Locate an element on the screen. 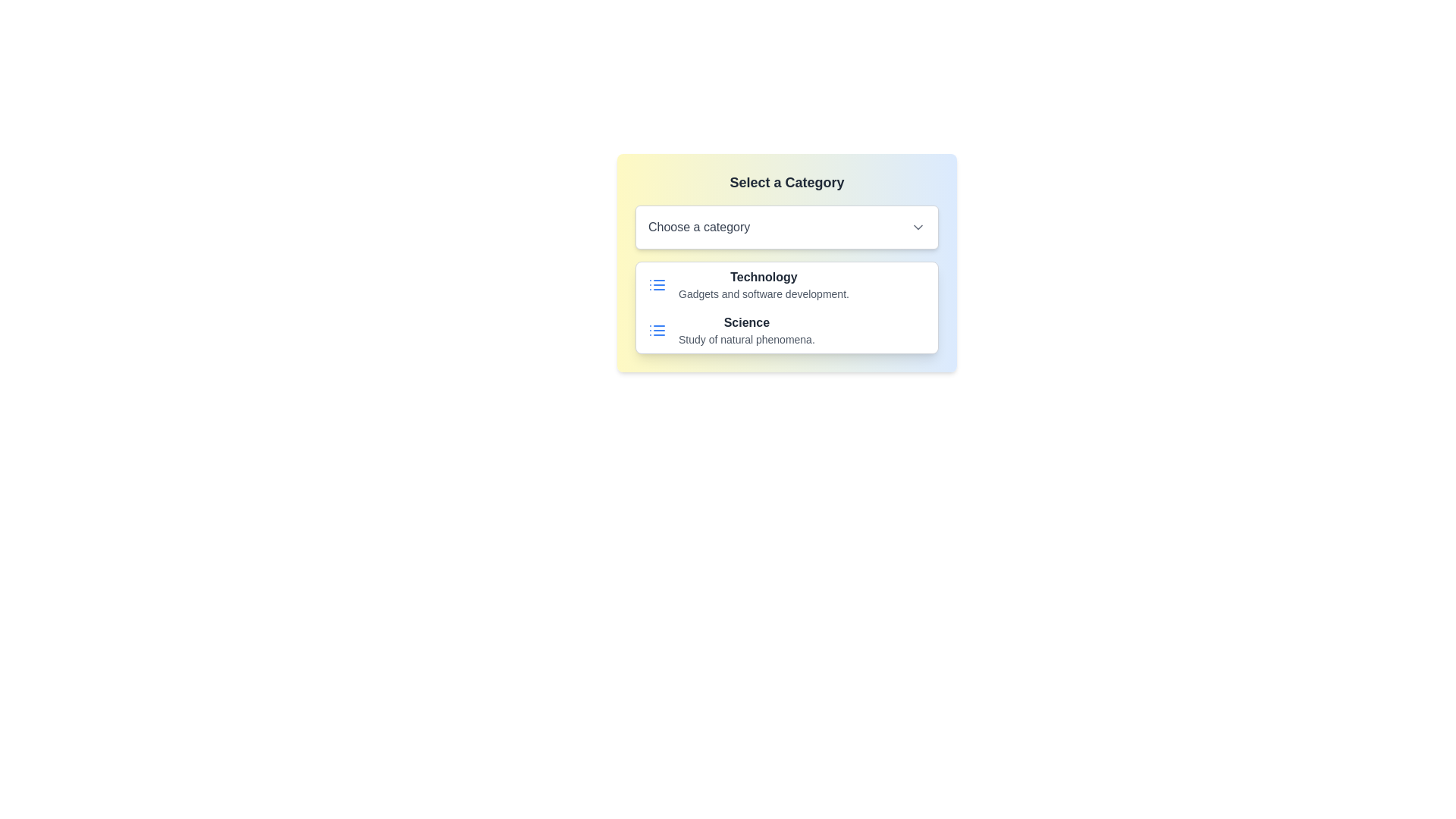  the selectable option categorized as 'Technology' is located at coordinates (786, 284).